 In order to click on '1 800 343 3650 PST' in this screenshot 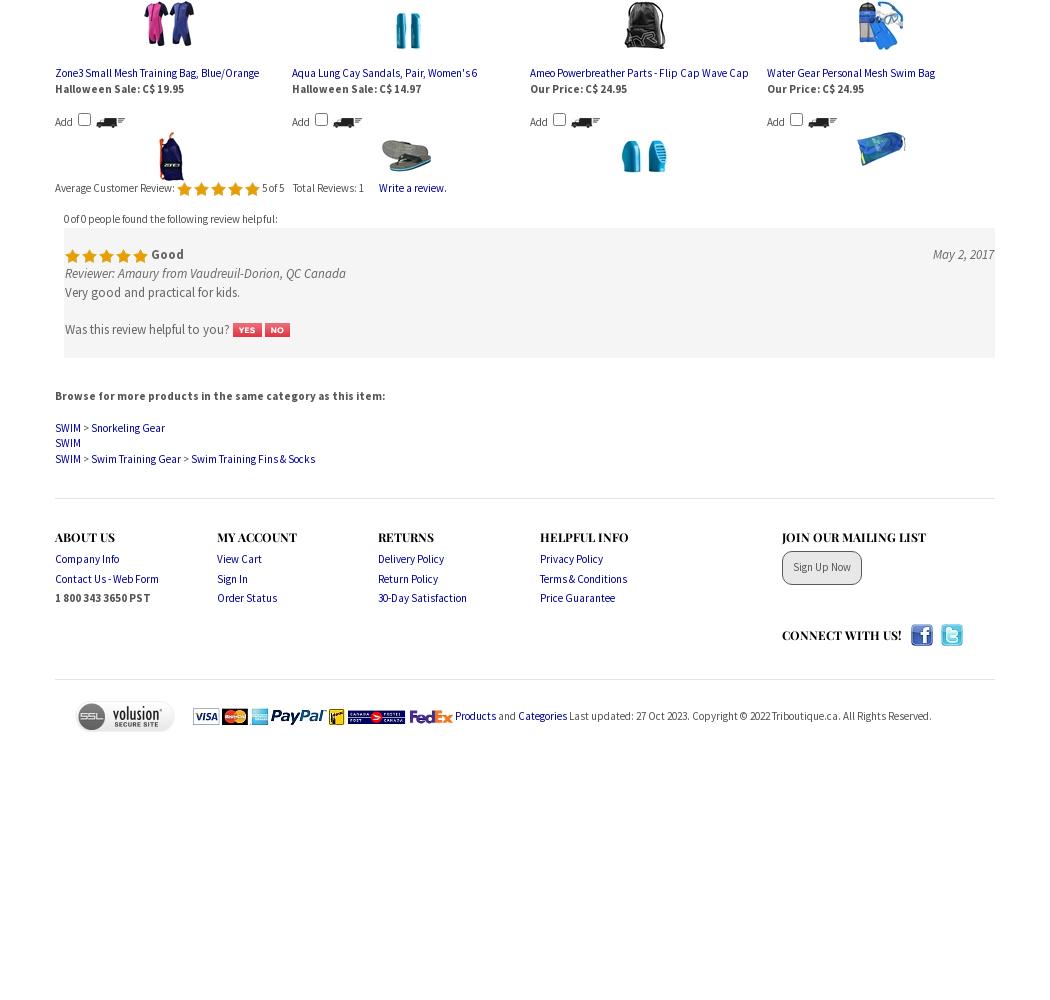, I will do `click(54, 597)`.